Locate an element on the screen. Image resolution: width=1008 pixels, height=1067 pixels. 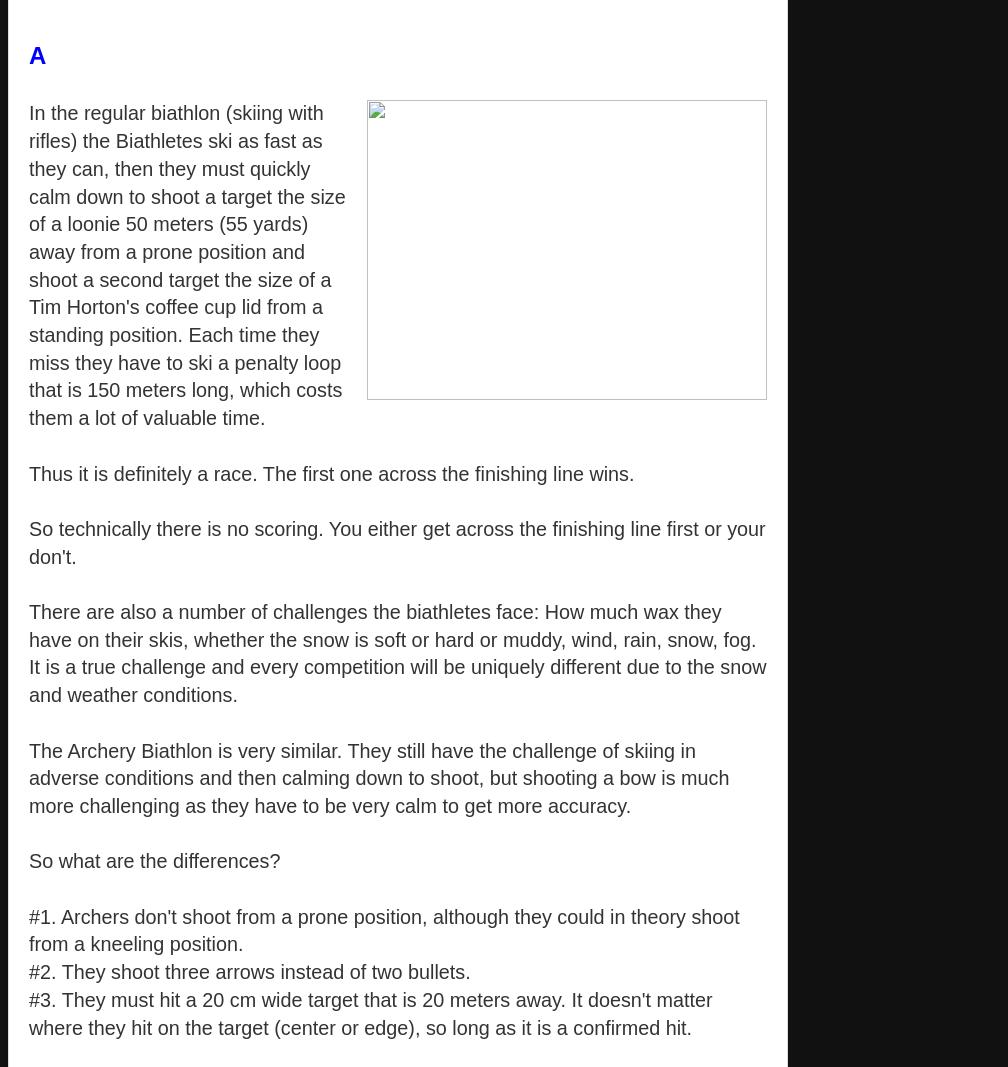
'So what are the differences?' is located at coordinates (29, 859).